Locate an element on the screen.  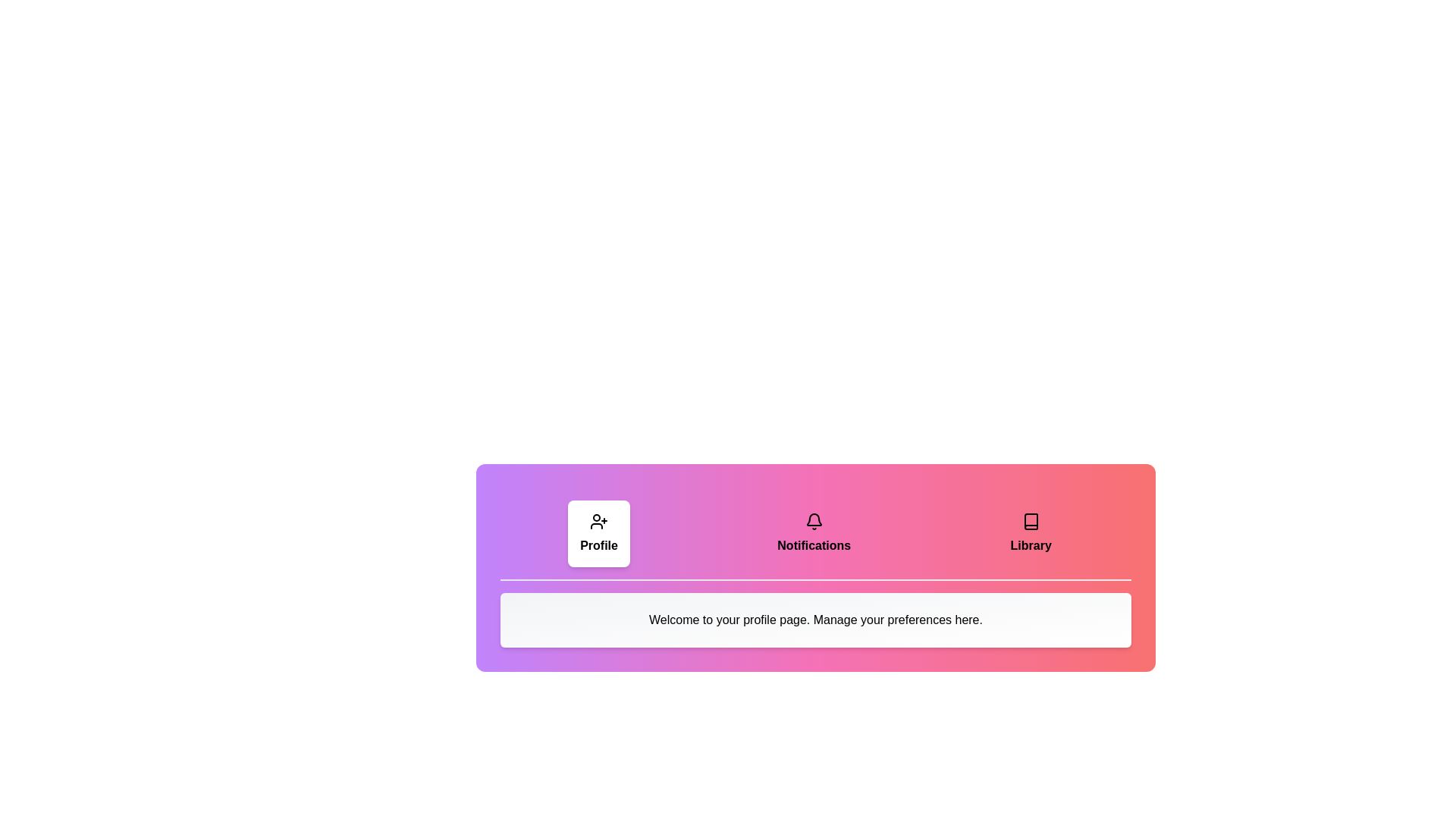
the tab labeled Notifications to observe the scaling effect is located at coordinates (814, 533).